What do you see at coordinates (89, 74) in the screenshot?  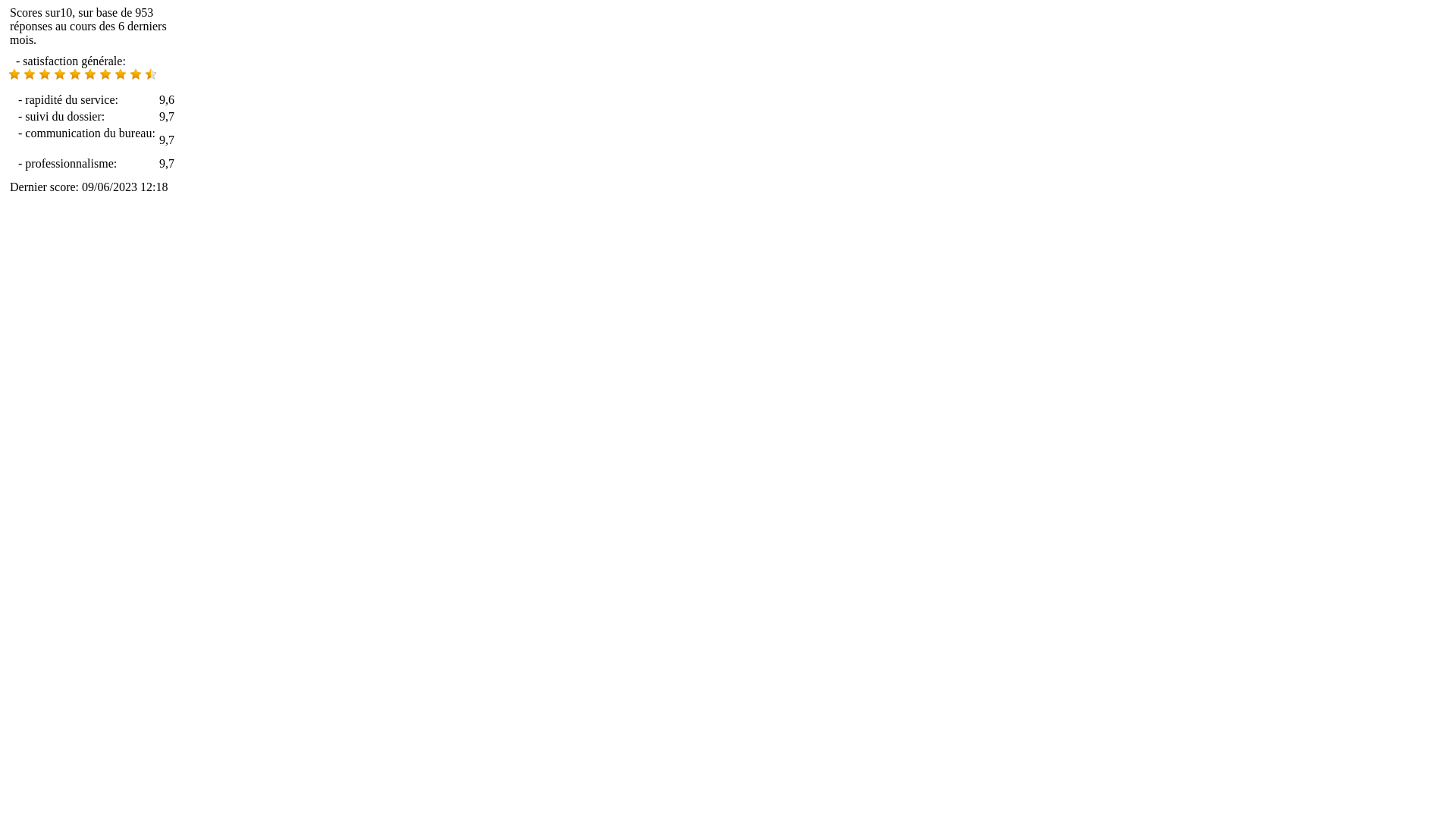 I see `'9.6715634837356'` at bounding box center [89, 74].